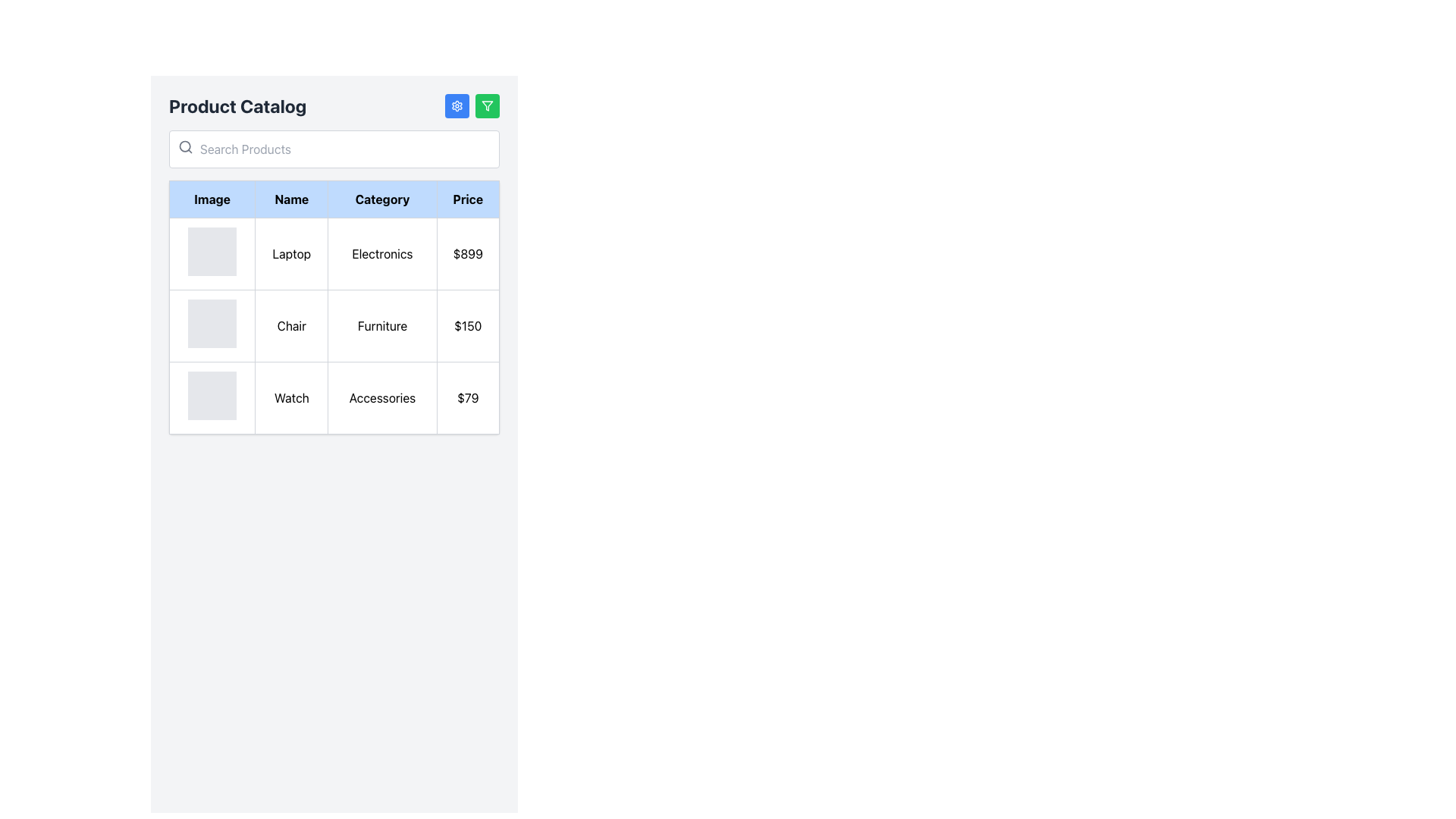 The image size is (1456, 819). I want to click on the filter button with a funnel icon located on the far-right side of the tool group above the table to apply a filter, so click(488, 105).